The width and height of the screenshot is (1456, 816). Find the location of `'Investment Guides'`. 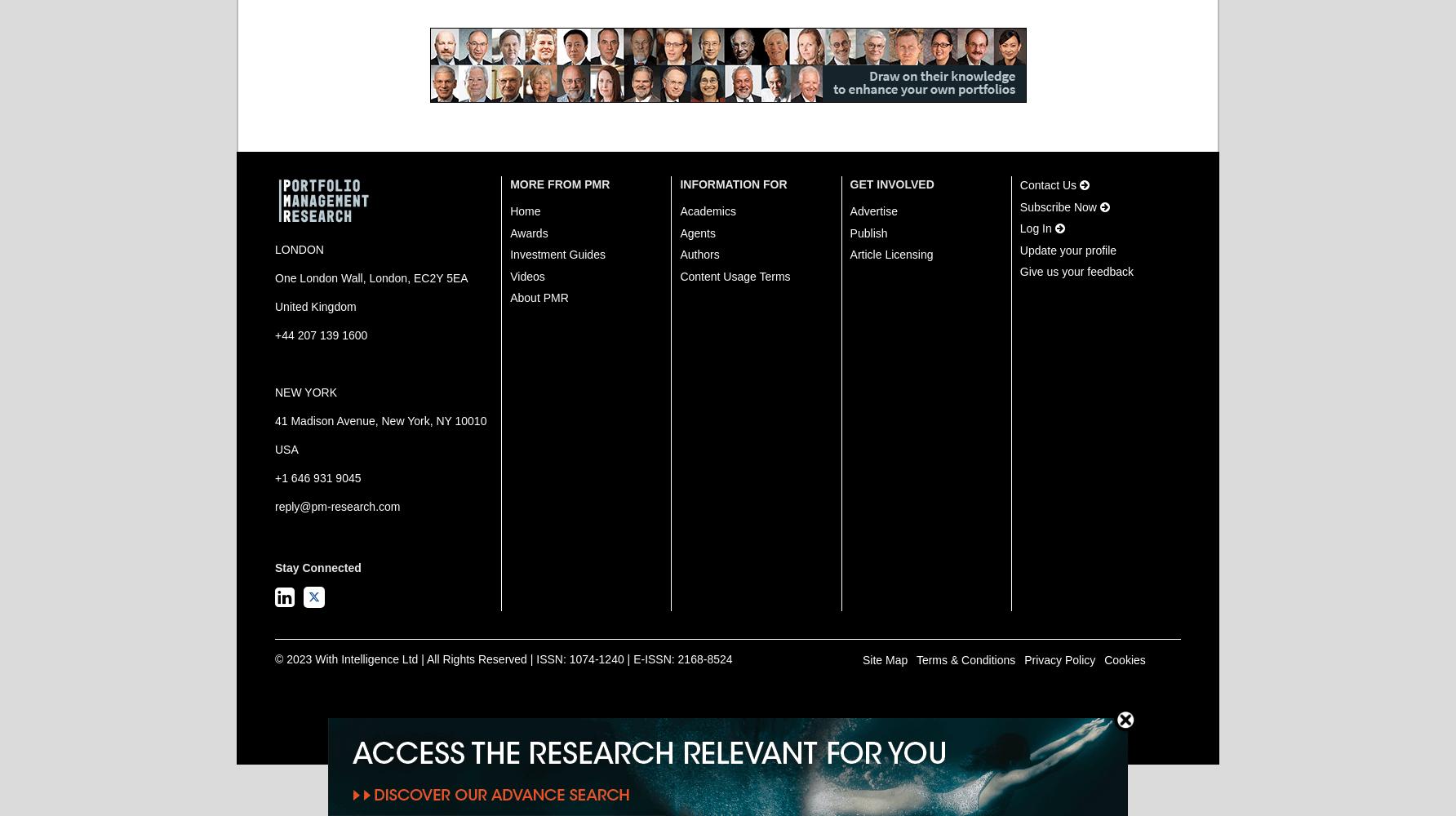

'Investment Guides' is located at coordinates (557, 255).